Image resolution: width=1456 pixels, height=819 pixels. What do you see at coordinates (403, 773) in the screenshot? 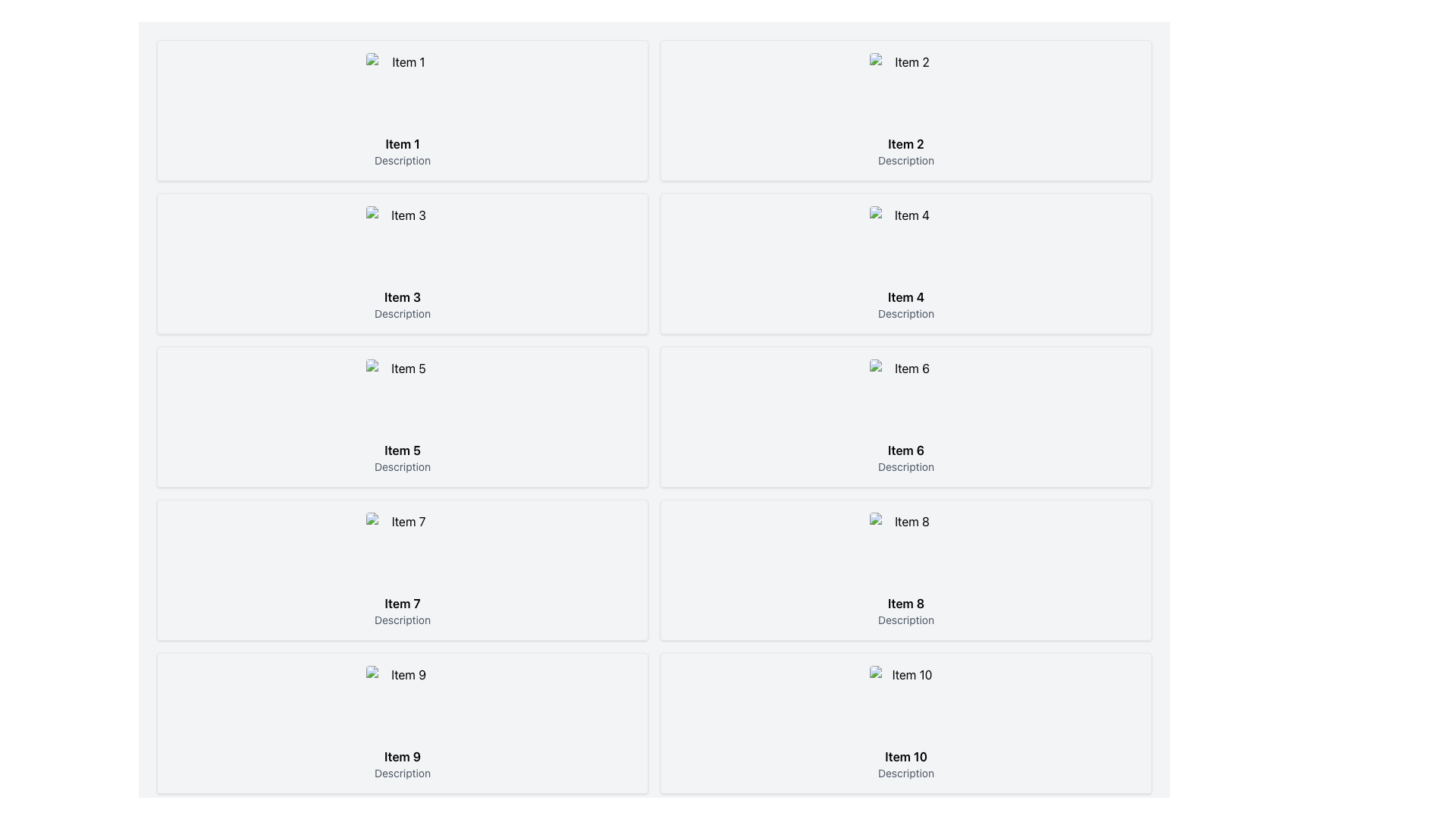
I see `text content of the gray text label that says 'Description', located below the bold 'Item 9' title` at bounding box center [403, 773].